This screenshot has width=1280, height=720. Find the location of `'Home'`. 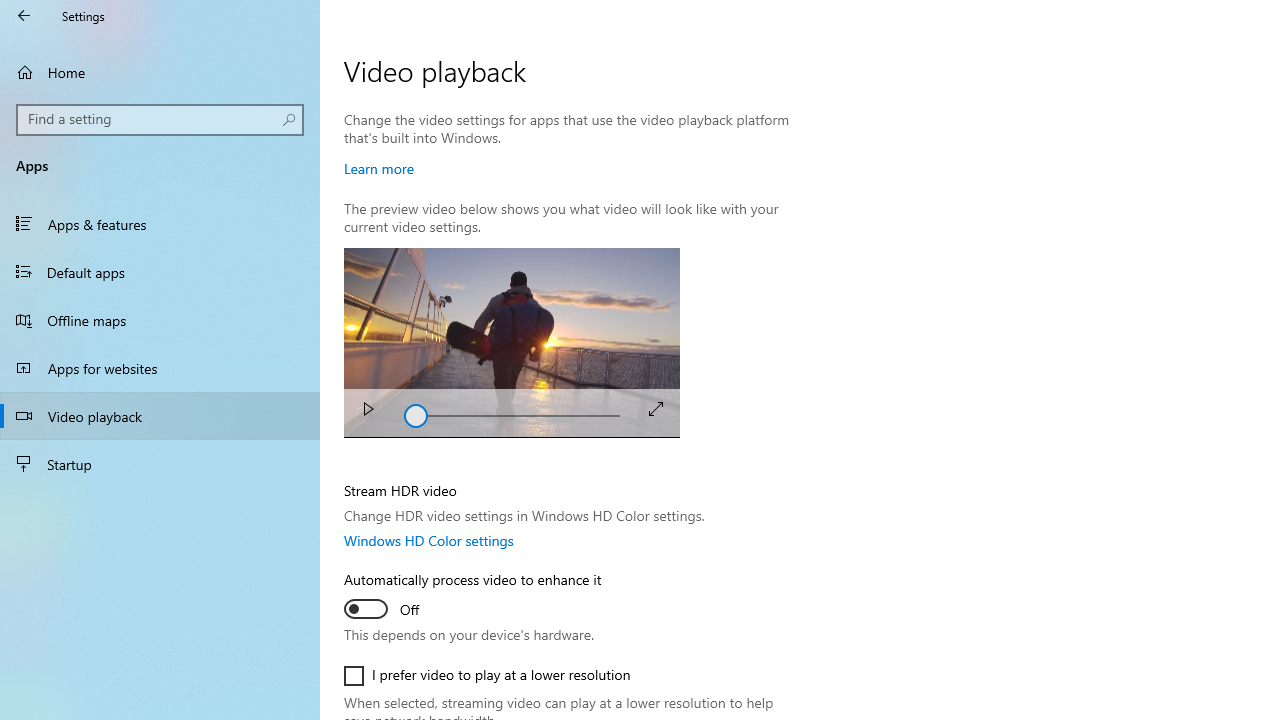

'Home' is located at coordinates (160, 71).